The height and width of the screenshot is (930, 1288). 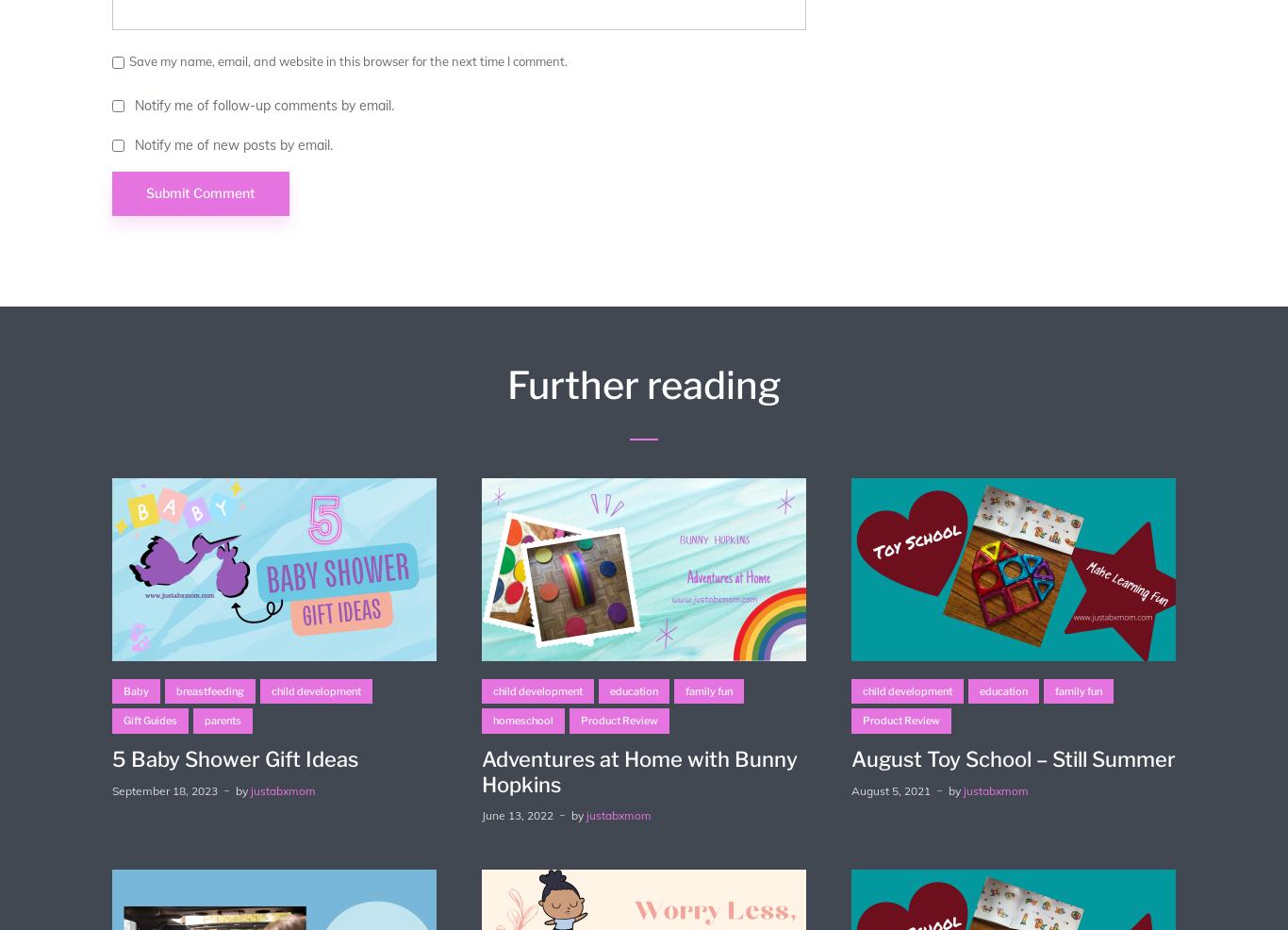 What do you see at coordinates (135, 689) in the screenshot?
I see `'Baby'` at bounding box center [135, 689].